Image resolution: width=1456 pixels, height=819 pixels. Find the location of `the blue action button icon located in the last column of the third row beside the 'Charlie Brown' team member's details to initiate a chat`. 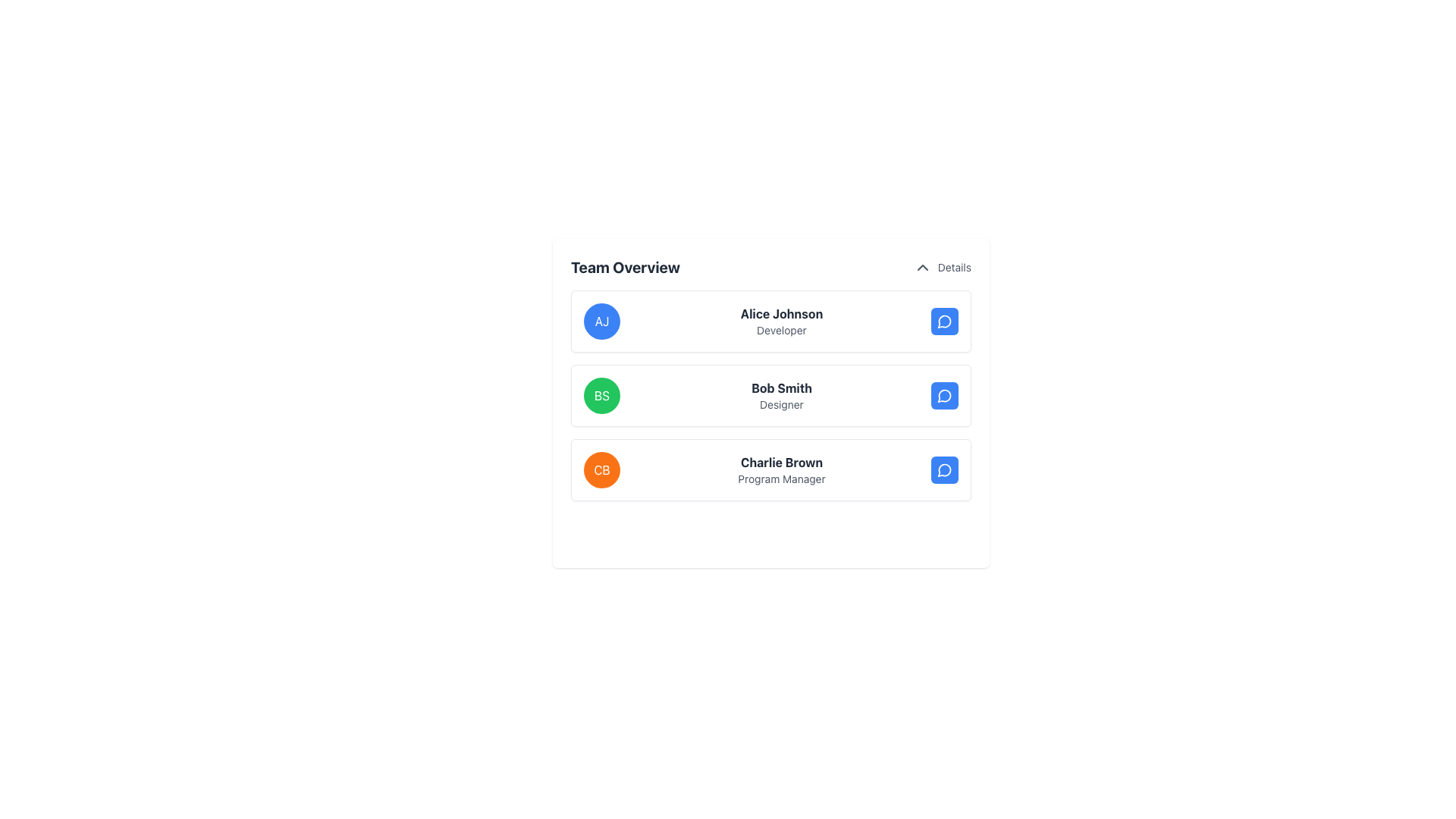

the blue action button icon located in the last column of the third row beside the 'Charlie Brown' team member's details to initiate a chat is located at coordinates (944, 469).